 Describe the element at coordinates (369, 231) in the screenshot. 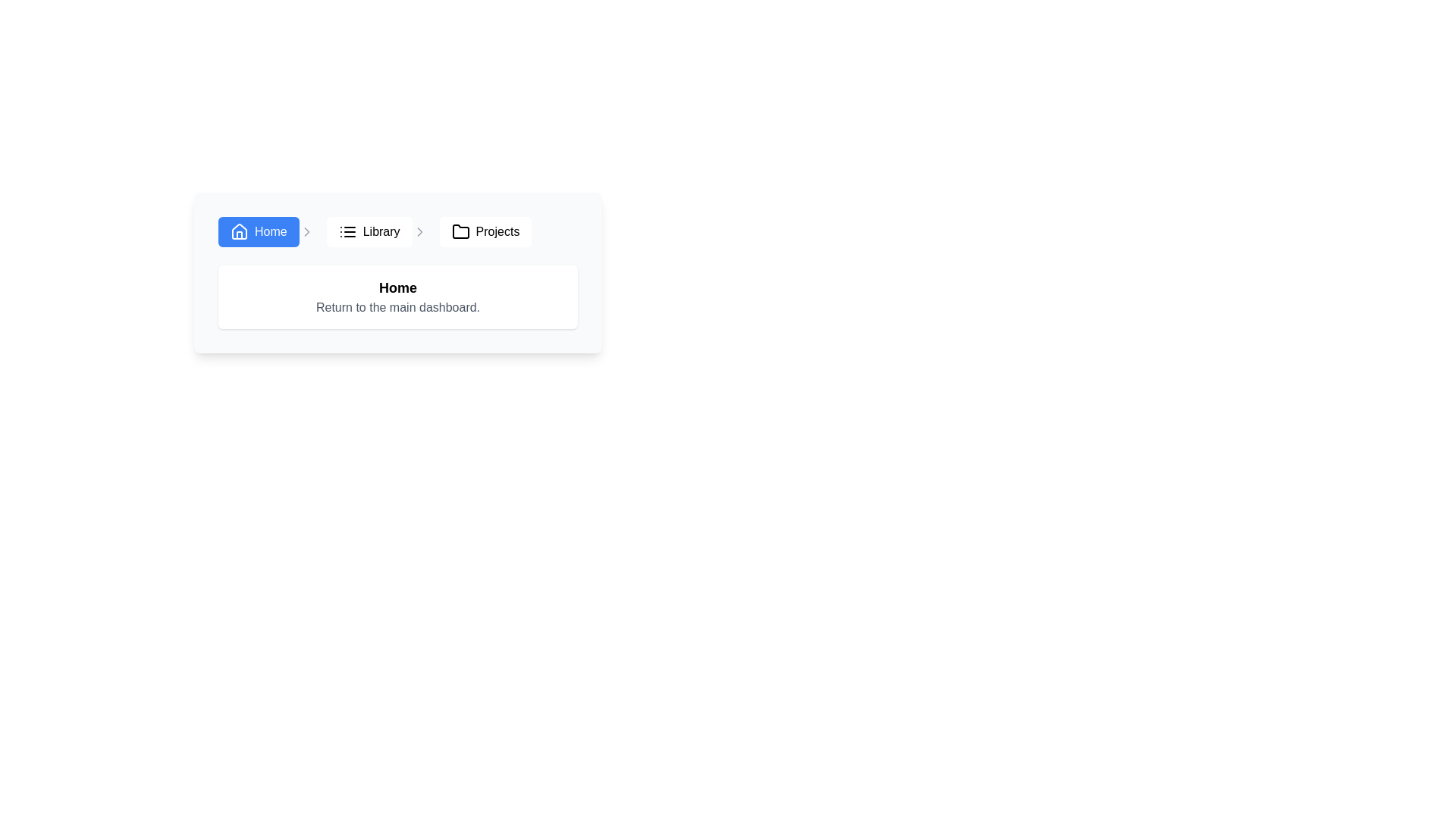

I see `the 'Library' button, which is a rectangular button with a white background and a list icon` at that location.